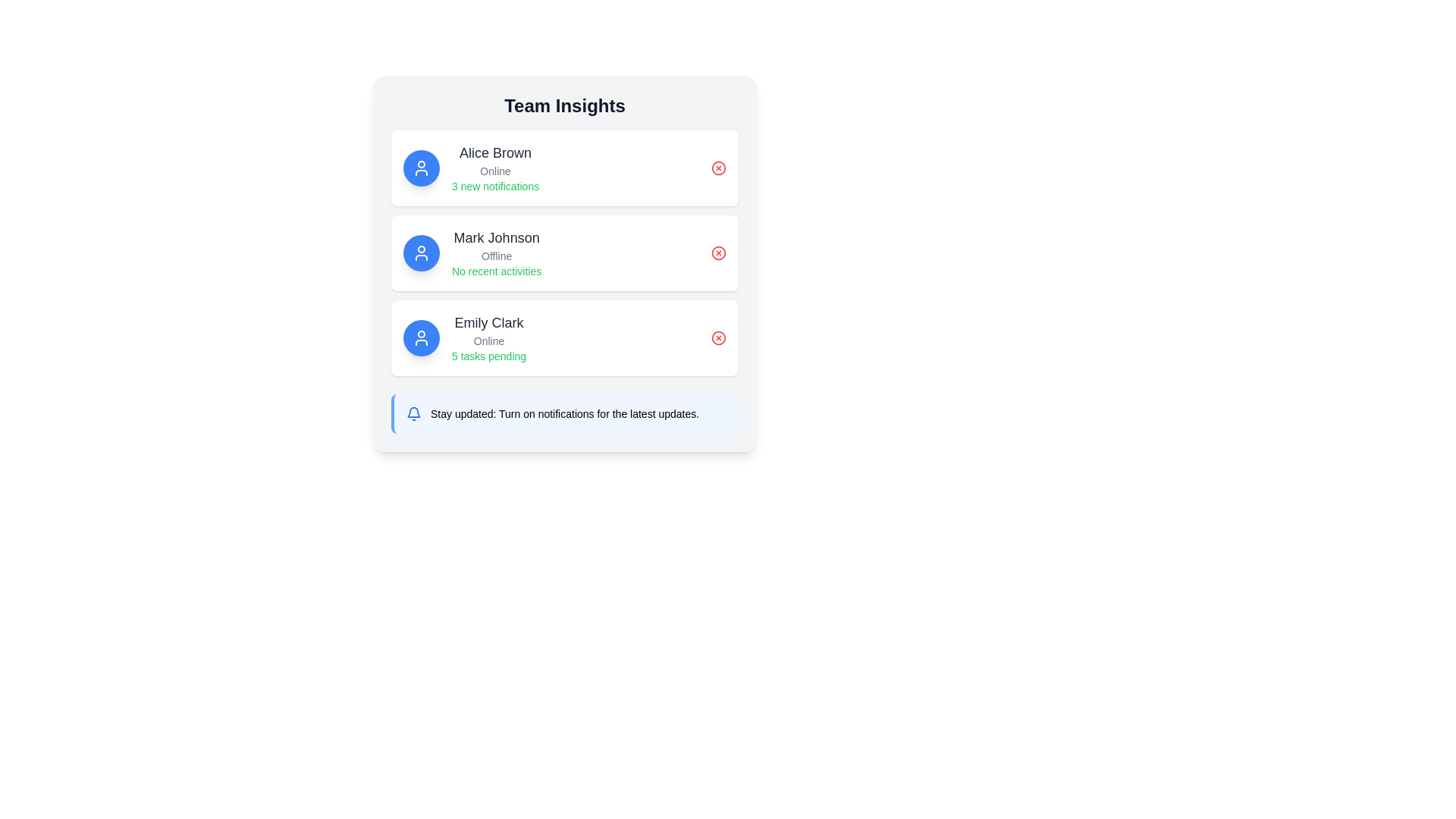 Image resolution: width=1456 pixels, height=819 pixels. What do you see at coordinates (489, 337) in the screenshot?
I see `the Text Display Block that shows user details, including name, online status, and pending tasks, located in the third card of the 'Team Insights' section, positioned next to a circular avatar icon` at bounding box center [489, 337].